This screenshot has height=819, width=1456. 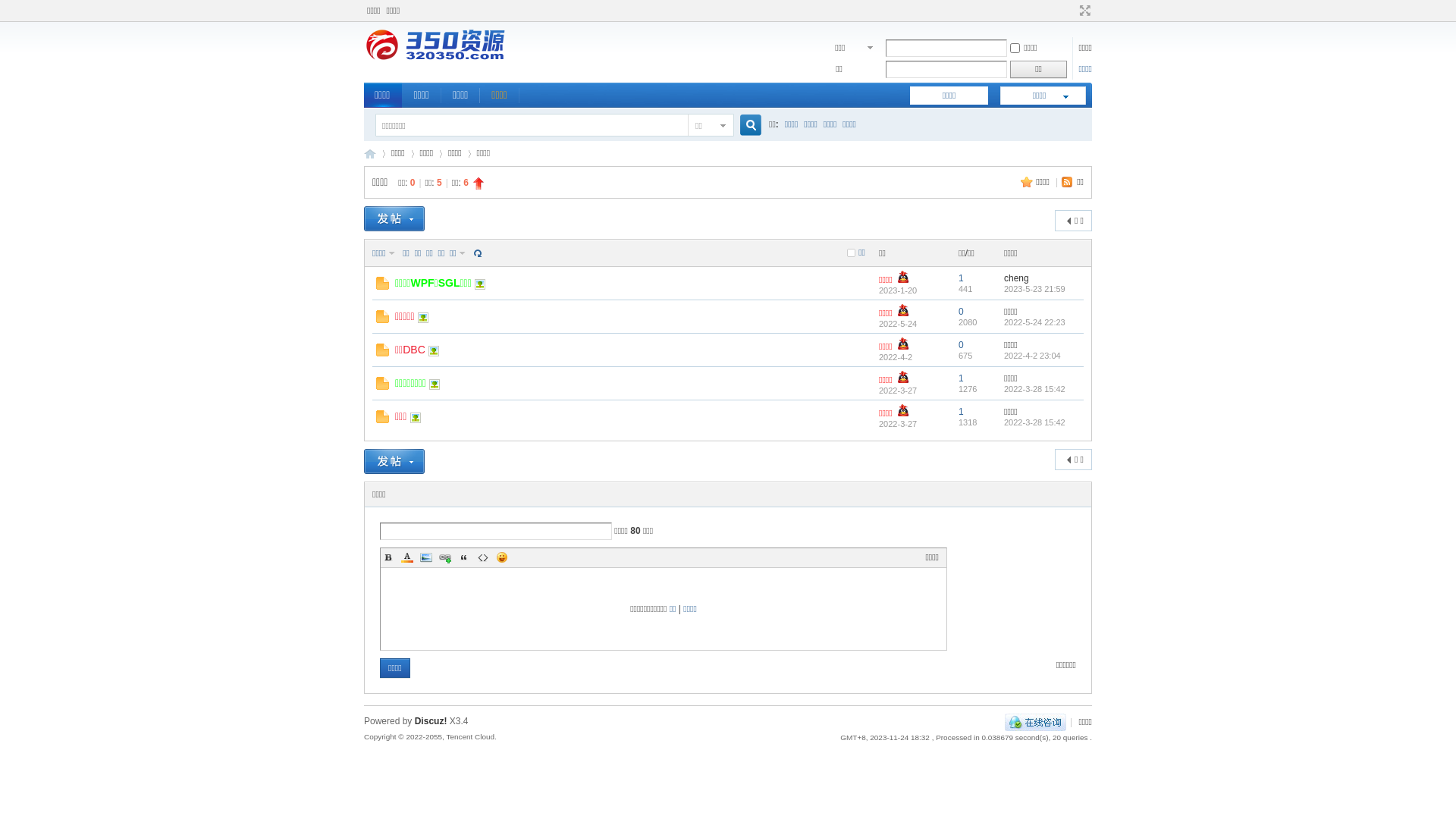 I want to click on '1', so click(x=957, y=377).